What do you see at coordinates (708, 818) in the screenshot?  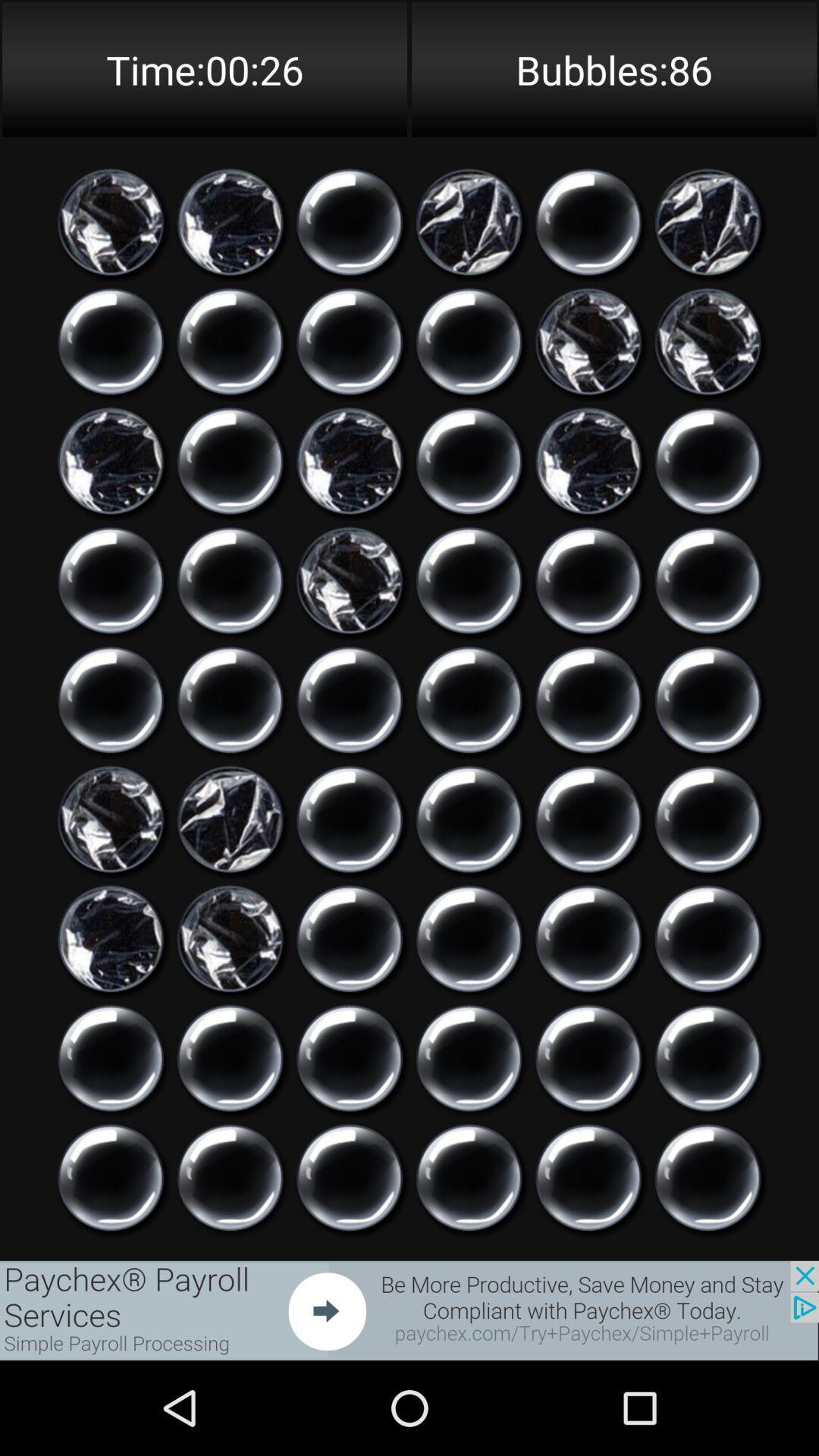 I see `bubble button` at bounding box center [708, 818].